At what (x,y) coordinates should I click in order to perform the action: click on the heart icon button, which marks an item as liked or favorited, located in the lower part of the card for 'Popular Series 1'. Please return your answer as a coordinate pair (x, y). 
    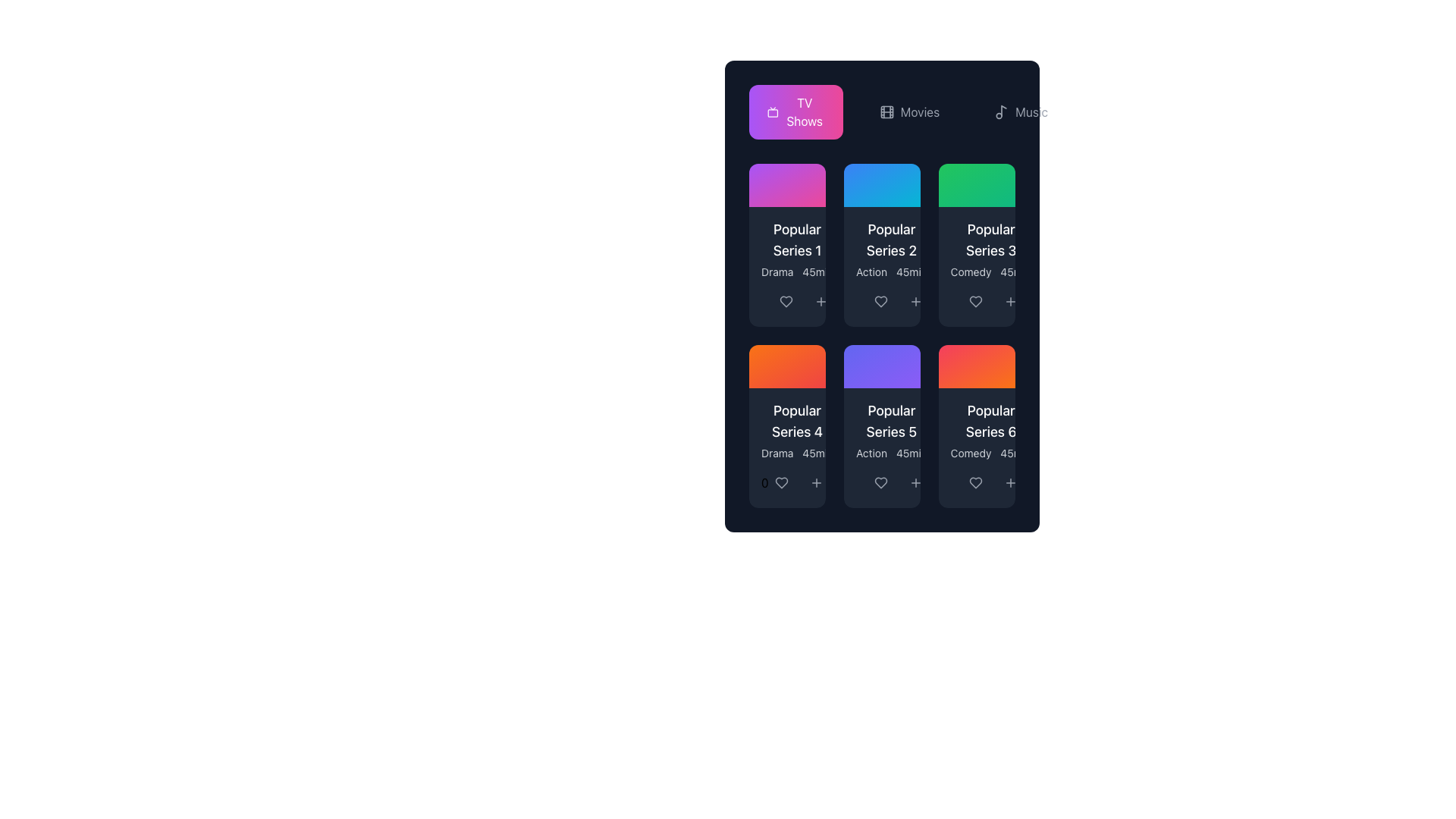
    Looking at the image, I should click on (786, 301).